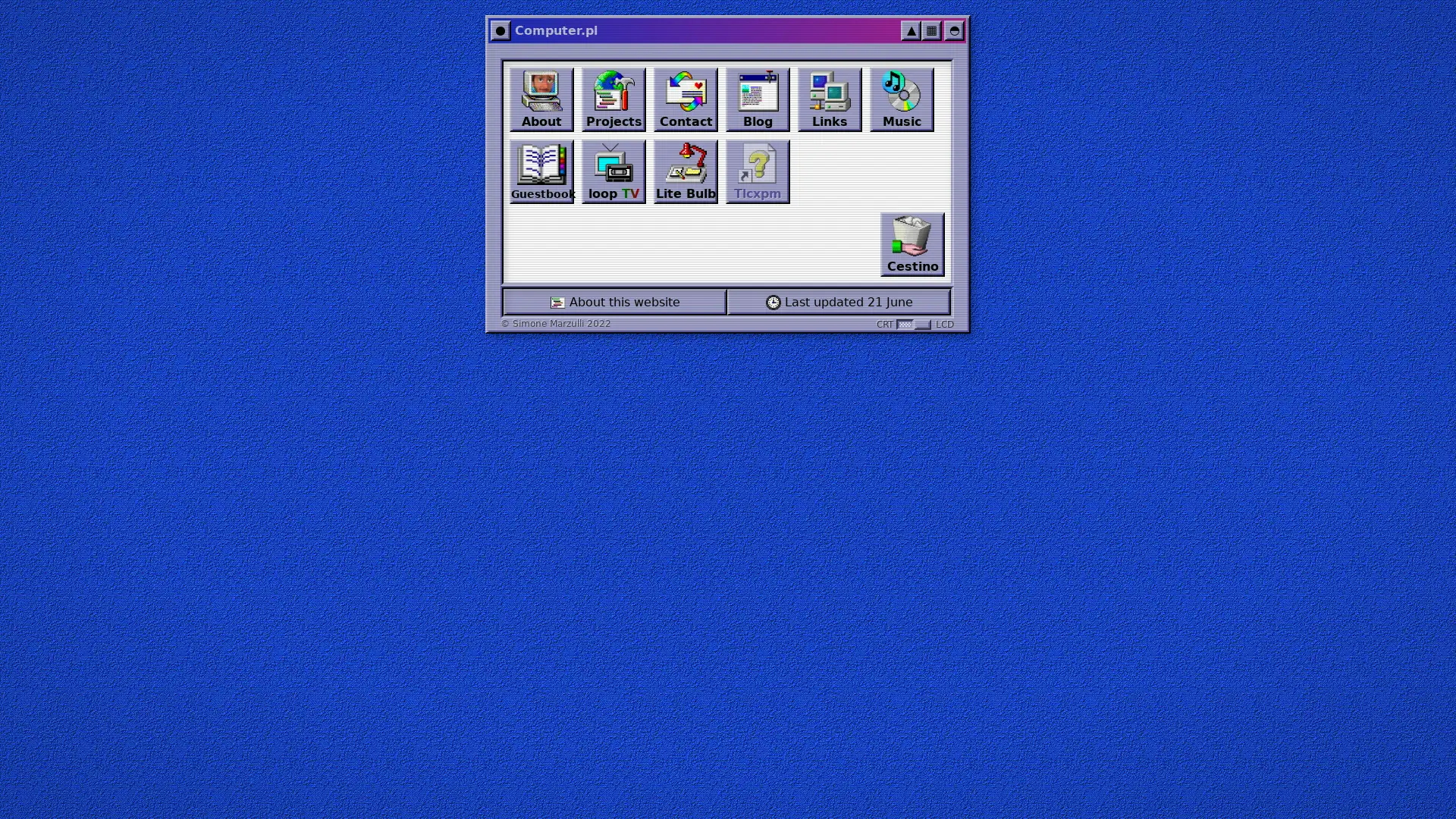 This screenshot has height=819, width=1456. Describe the element at coordinates (541, 99) in the screenshot. I see `about About` at that location.